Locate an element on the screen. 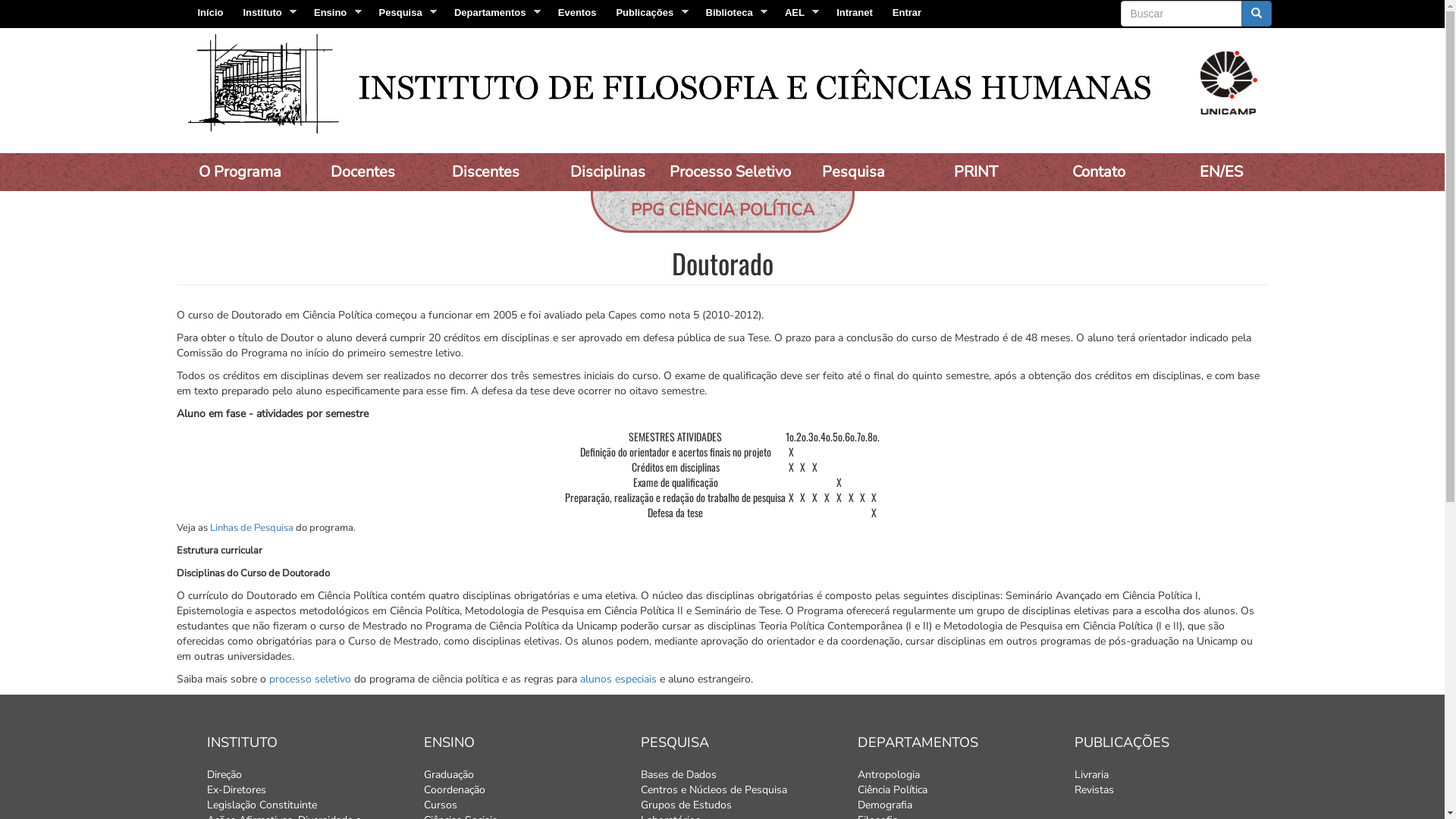 The width and height of the screenshot is (1456, 819). 'Grupos de Estudos' is located at coordinates (736, 804).